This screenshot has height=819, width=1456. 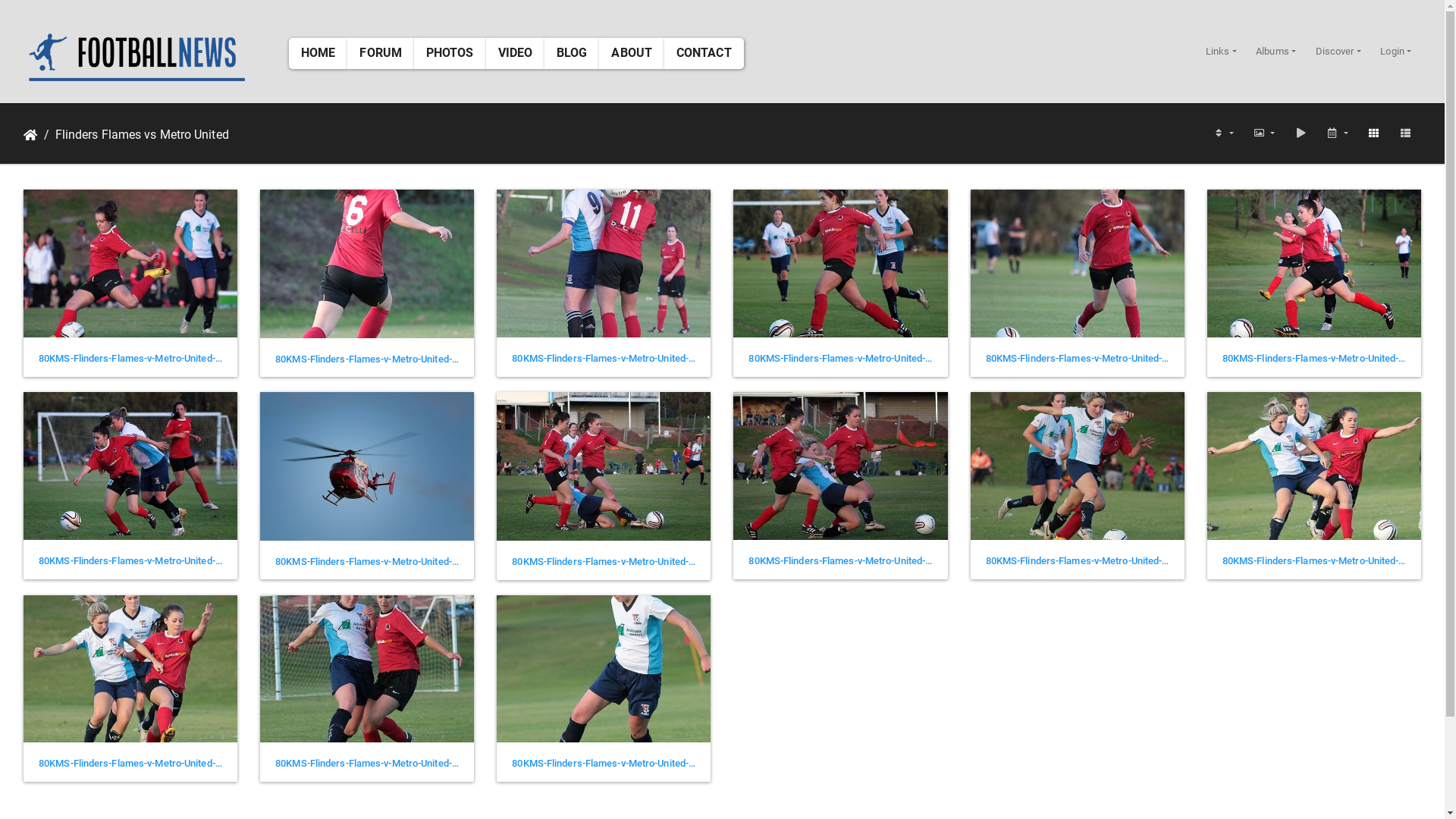 I want to click on 'HOME', so click(x=317, y=52).